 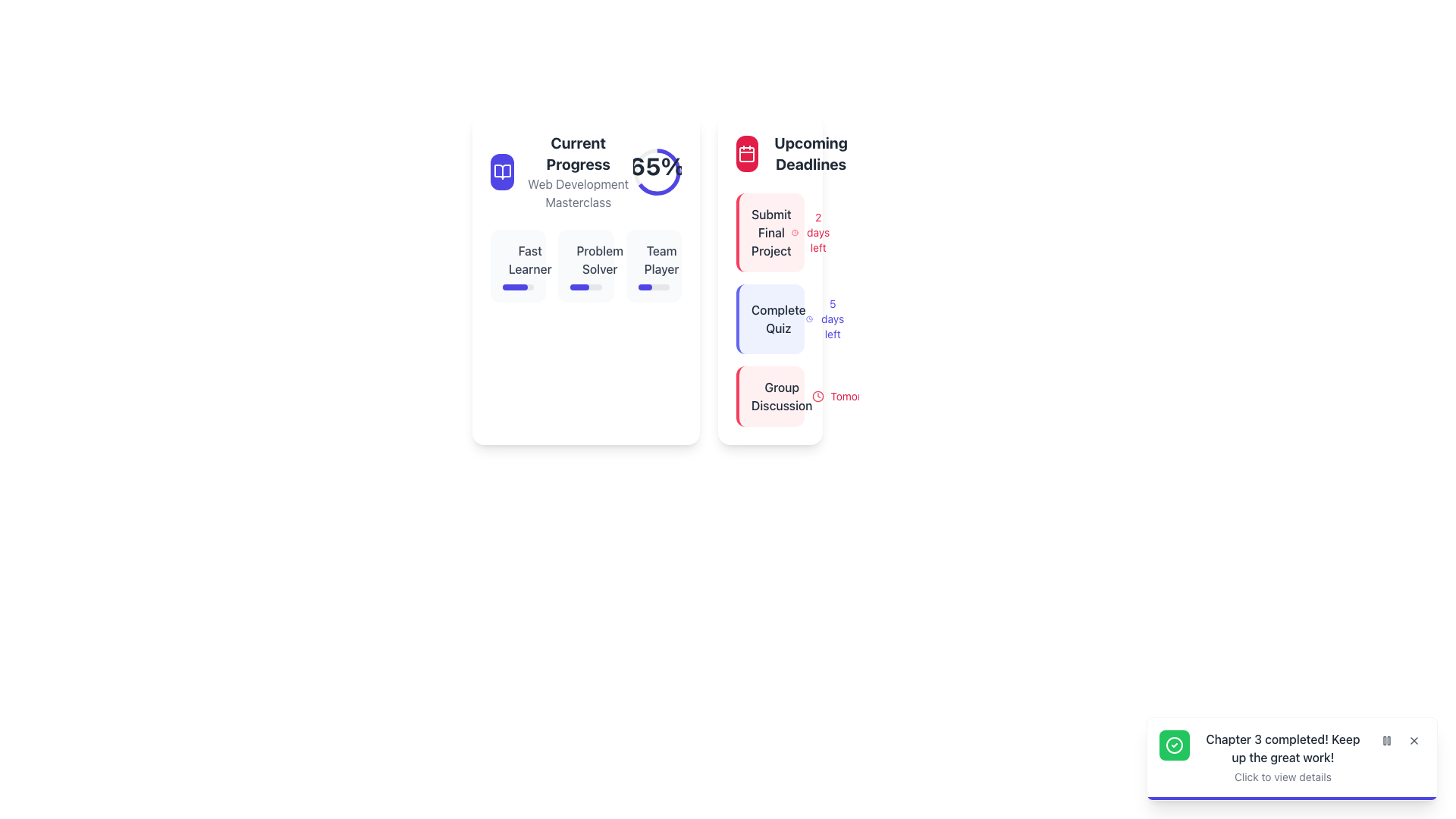 What do you see at coordinates (845, 396) in the screenshot?
I see `the text label displaying 'Tomorrow' in pinkish-red color, located in the 'Upcoming Deadlines' panel next to a clock icon` at bounding box center [845, 396].